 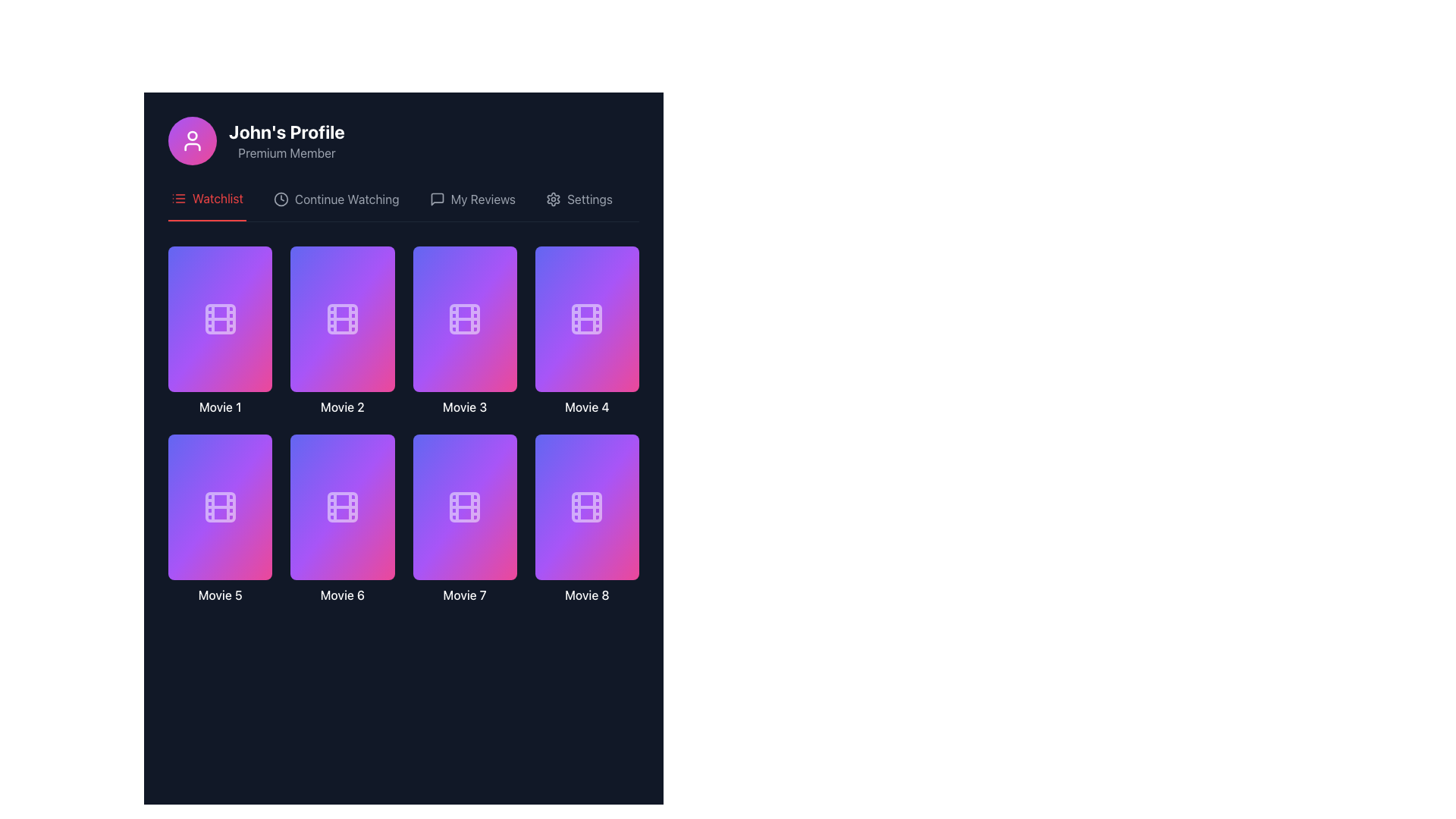 I want to click on the text label, so click(x=217, y=198).